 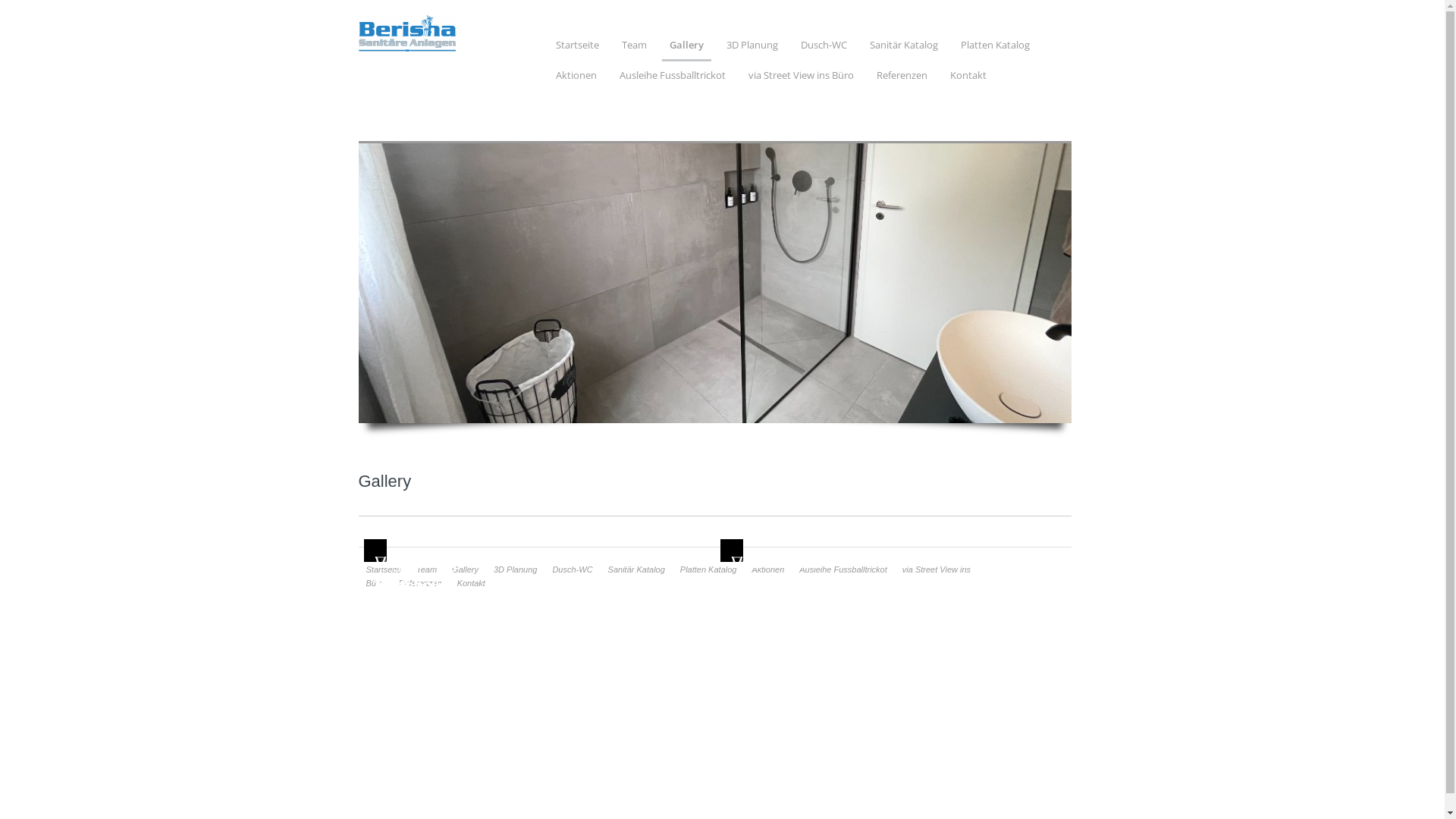 I want to click on 'Kontakt', so click(x=470, y=582).